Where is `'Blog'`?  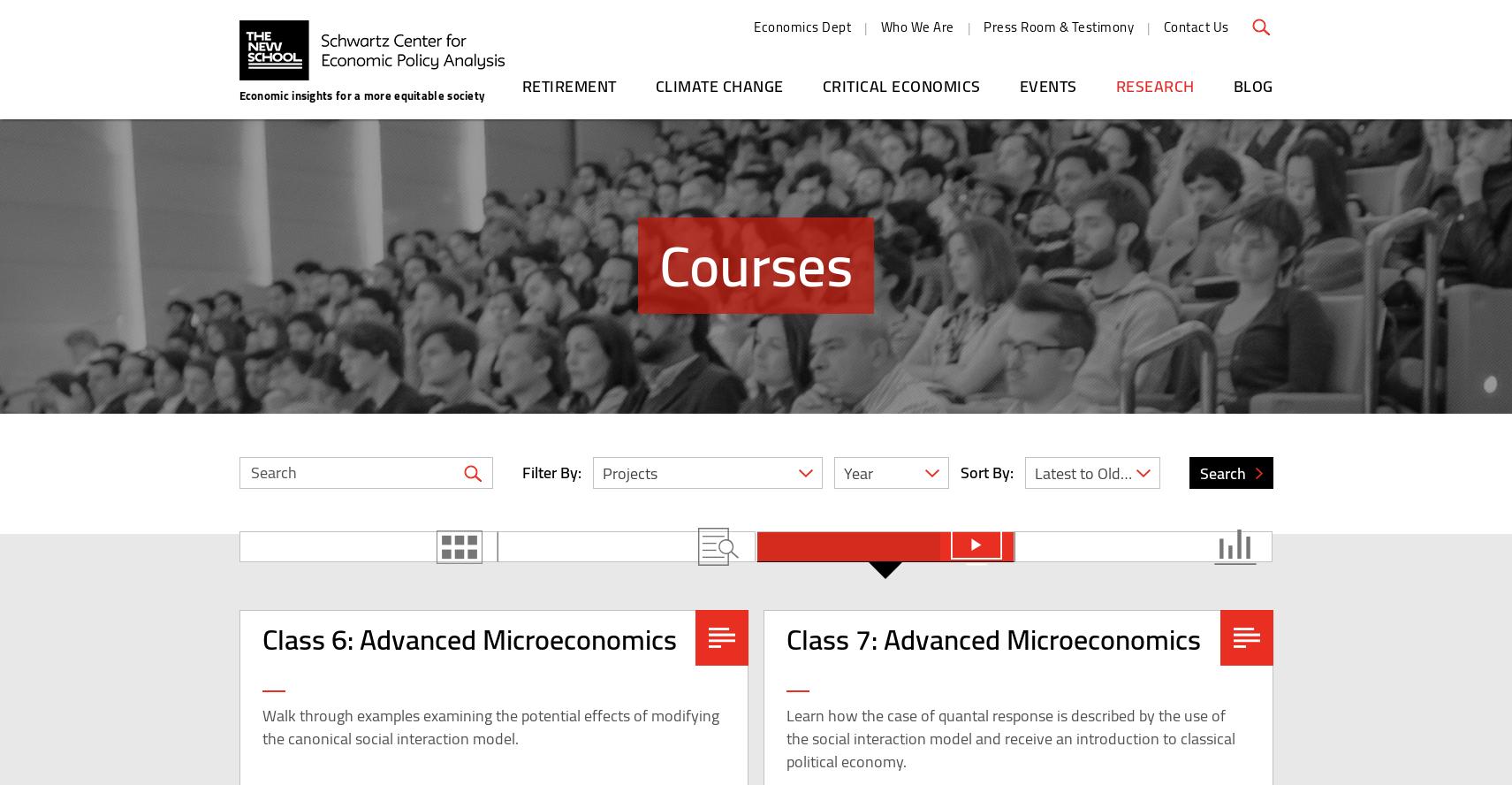
'Blog' is located at coordinates (1251, 84).